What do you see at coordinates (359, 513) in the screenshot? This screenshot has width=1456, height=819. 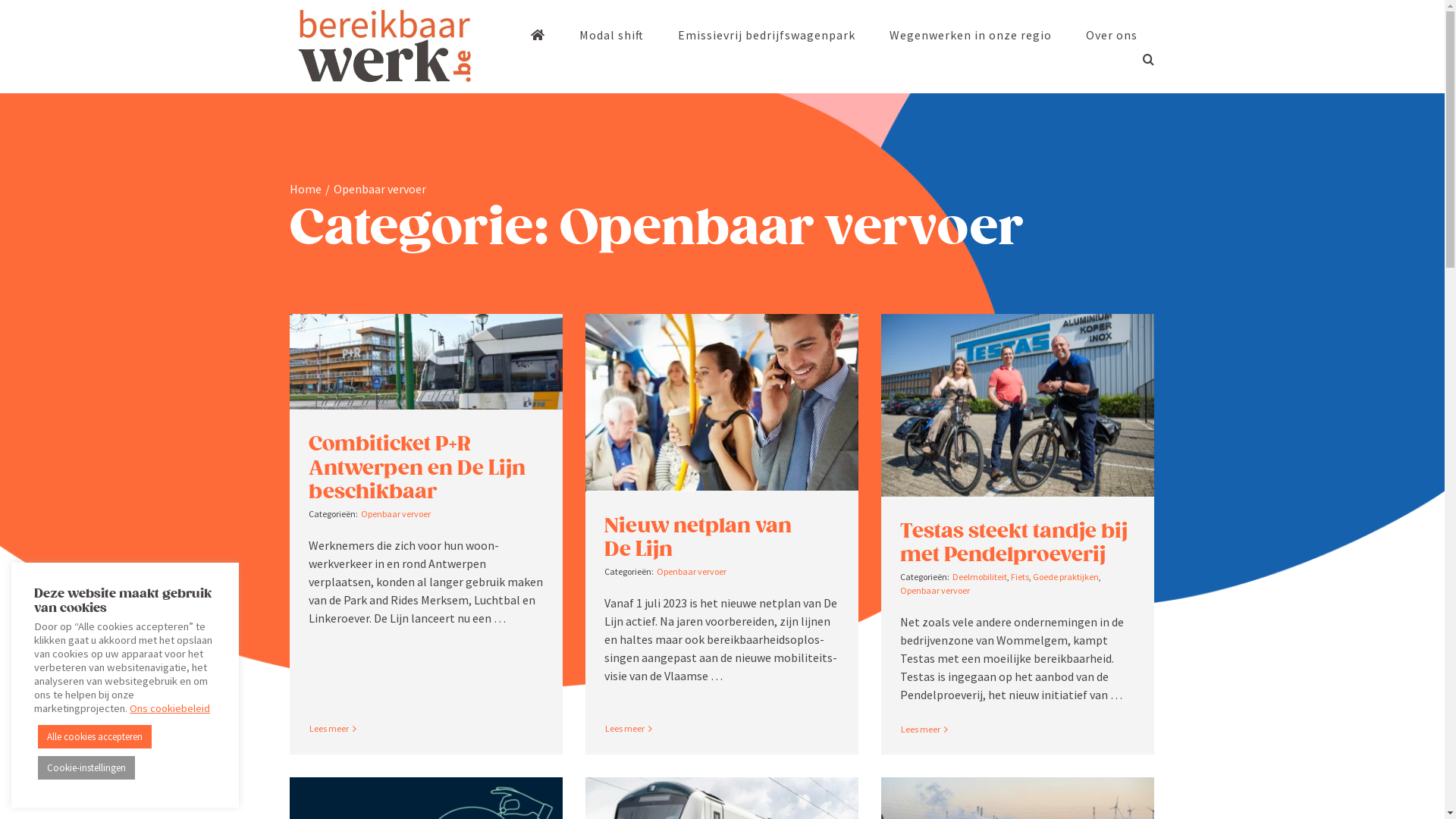 I see `'Openbaar vervoer'` at bounding box center [359, 513].